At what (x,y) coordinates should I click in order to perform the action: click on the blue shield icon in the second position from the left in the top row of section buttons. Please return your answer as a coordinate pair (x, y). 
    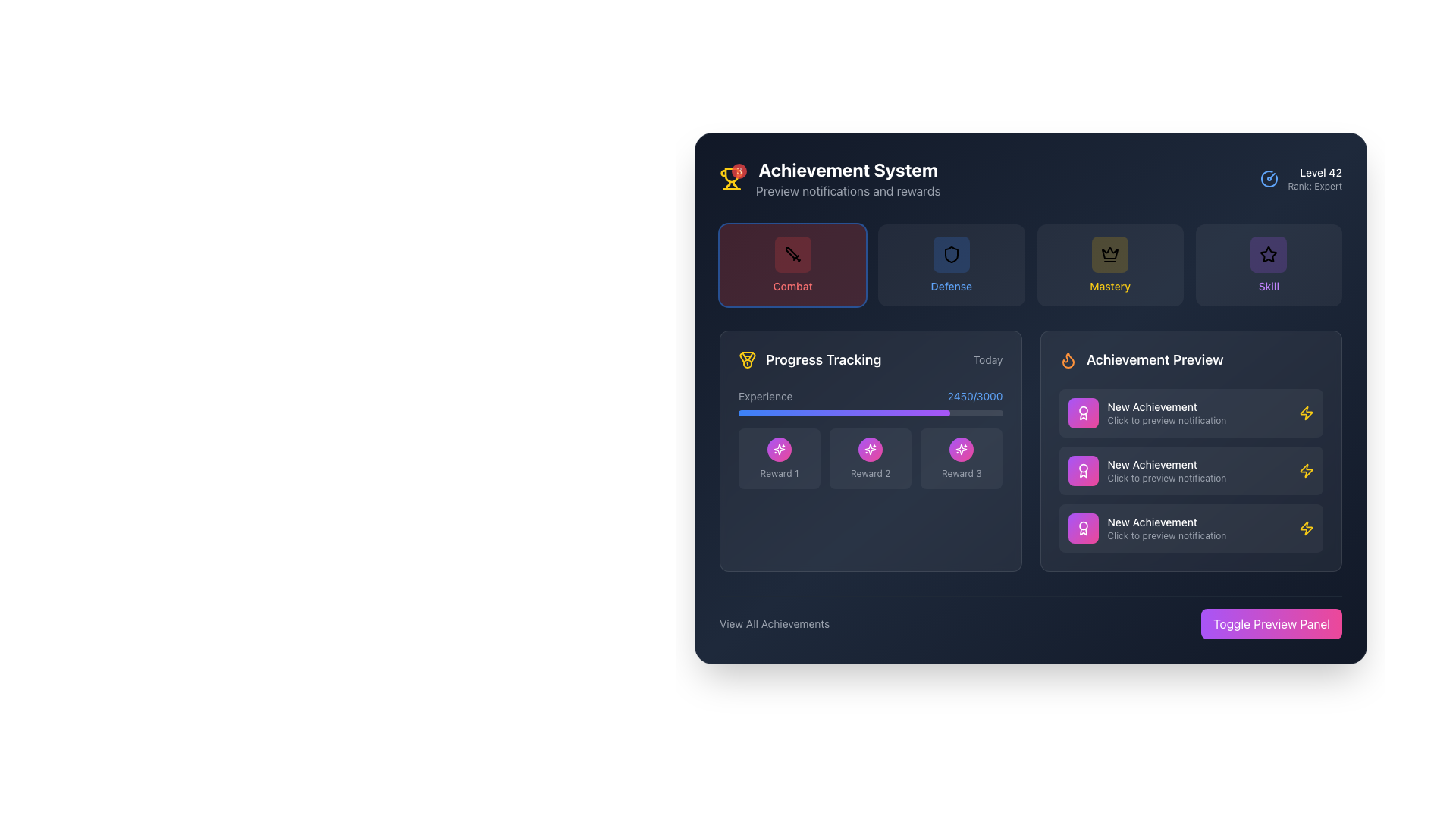
    Looking at the image, I should click on (950, 253).